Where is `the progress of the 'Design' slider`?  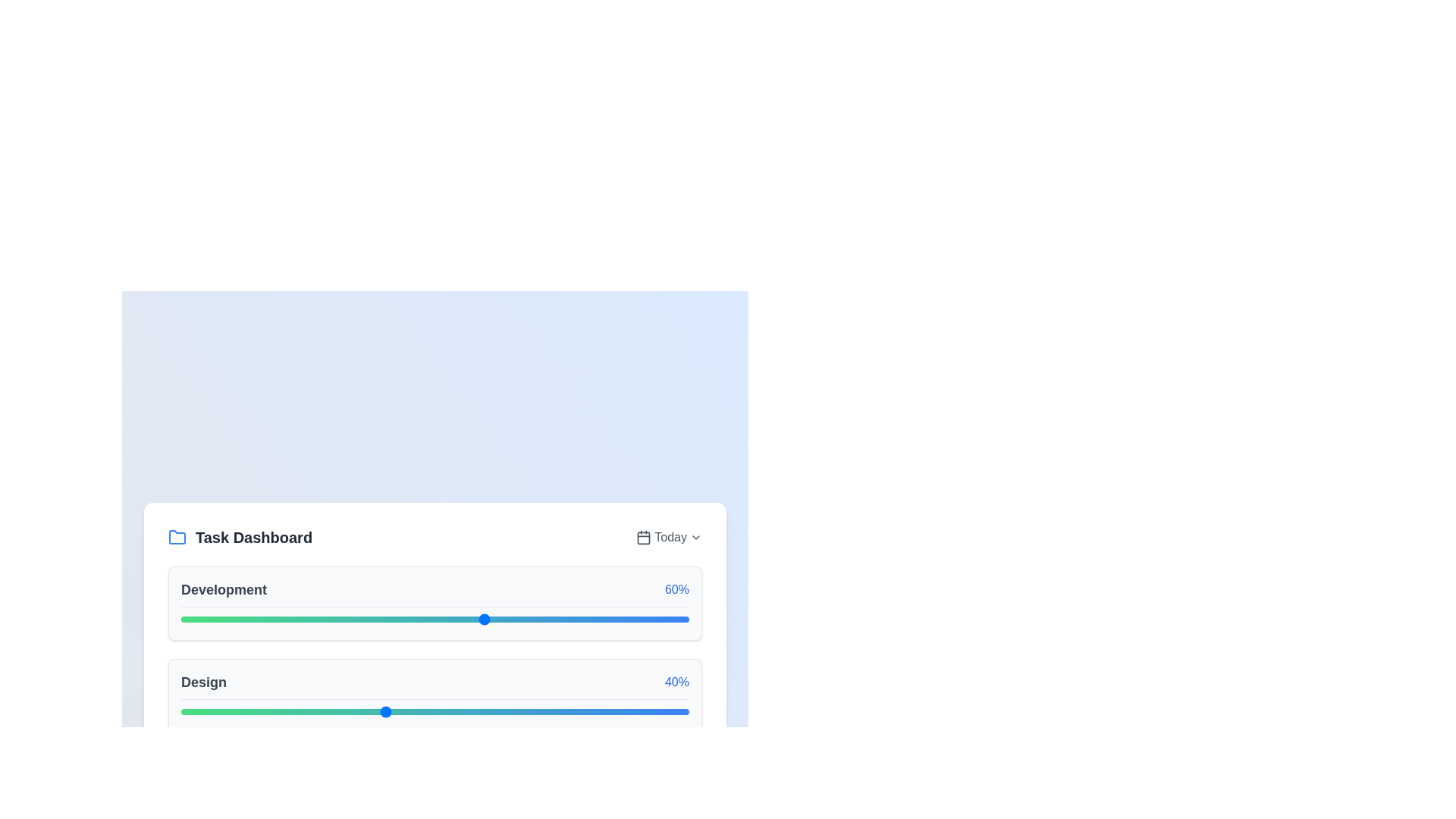
the progress of the 'Design' slider is located at coordinates (480, 711).